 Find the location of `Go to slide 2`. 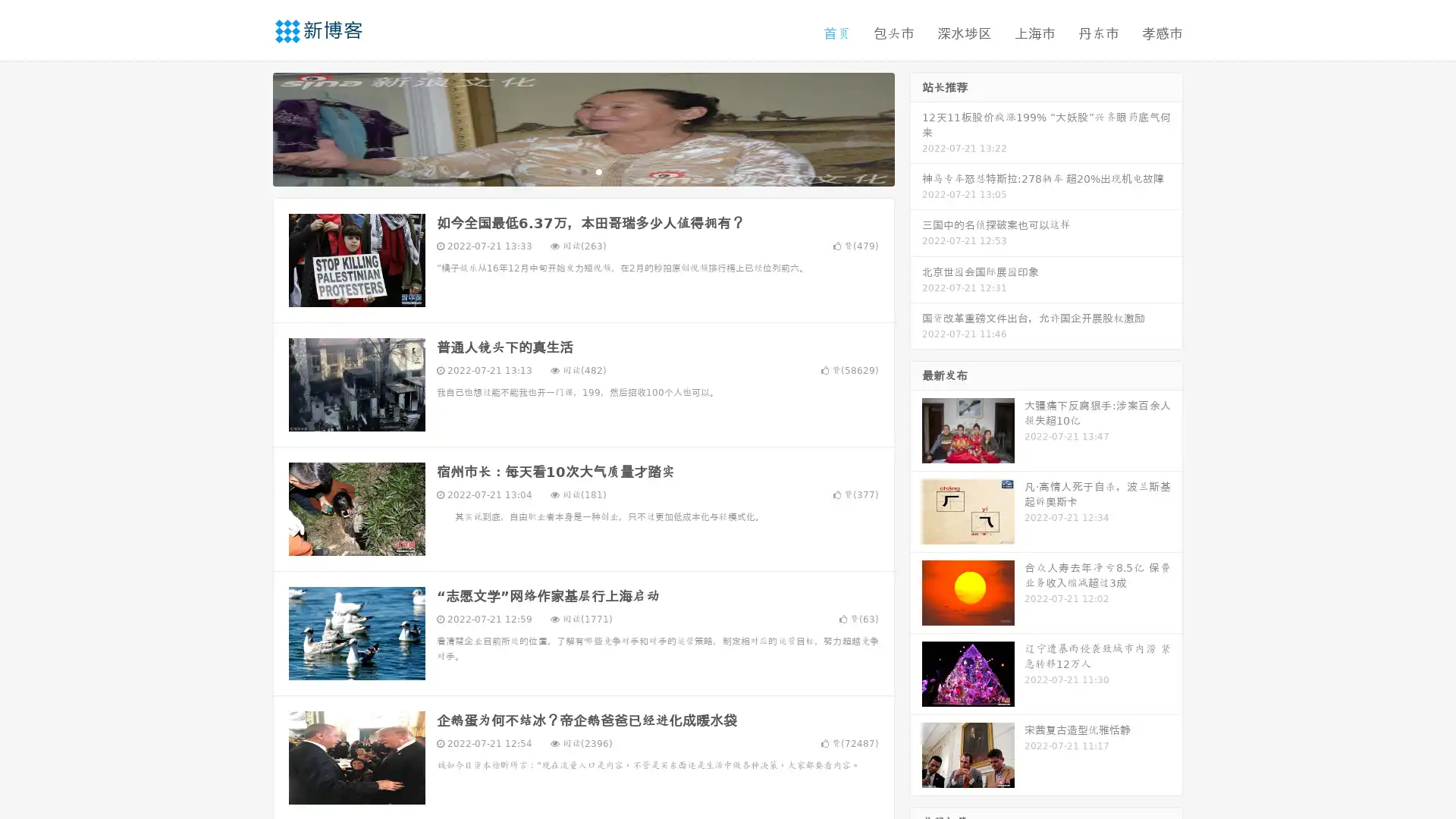

Go to slide 2 is located at coordinates (582, 171).